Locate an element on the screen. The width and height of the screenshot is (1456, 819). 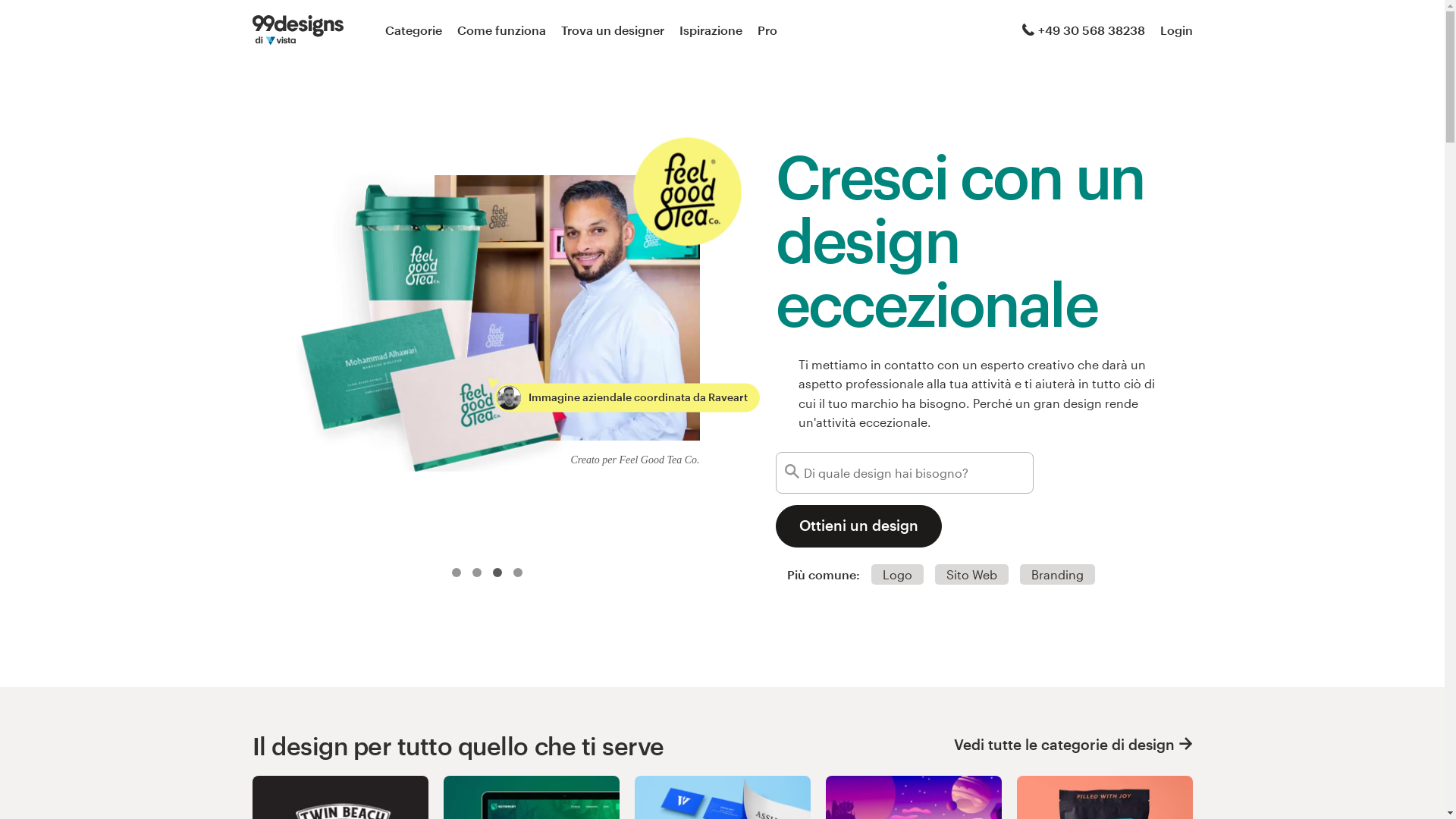
'Trova un designer' is located at coordinates (612, 30).